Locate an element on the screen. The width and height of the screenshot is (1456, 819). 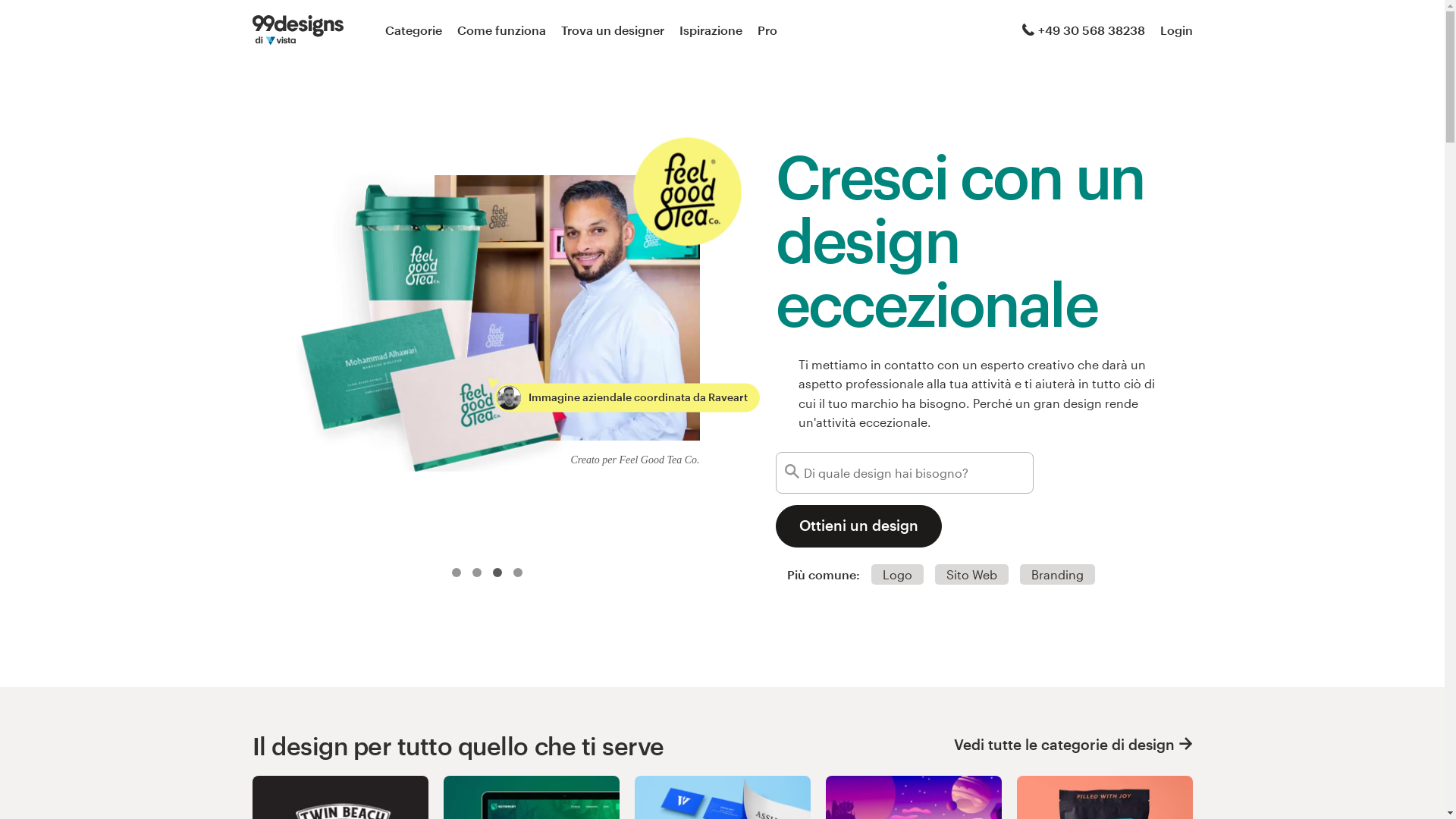
'Trova un designer' is located at coordinates (612, 30).